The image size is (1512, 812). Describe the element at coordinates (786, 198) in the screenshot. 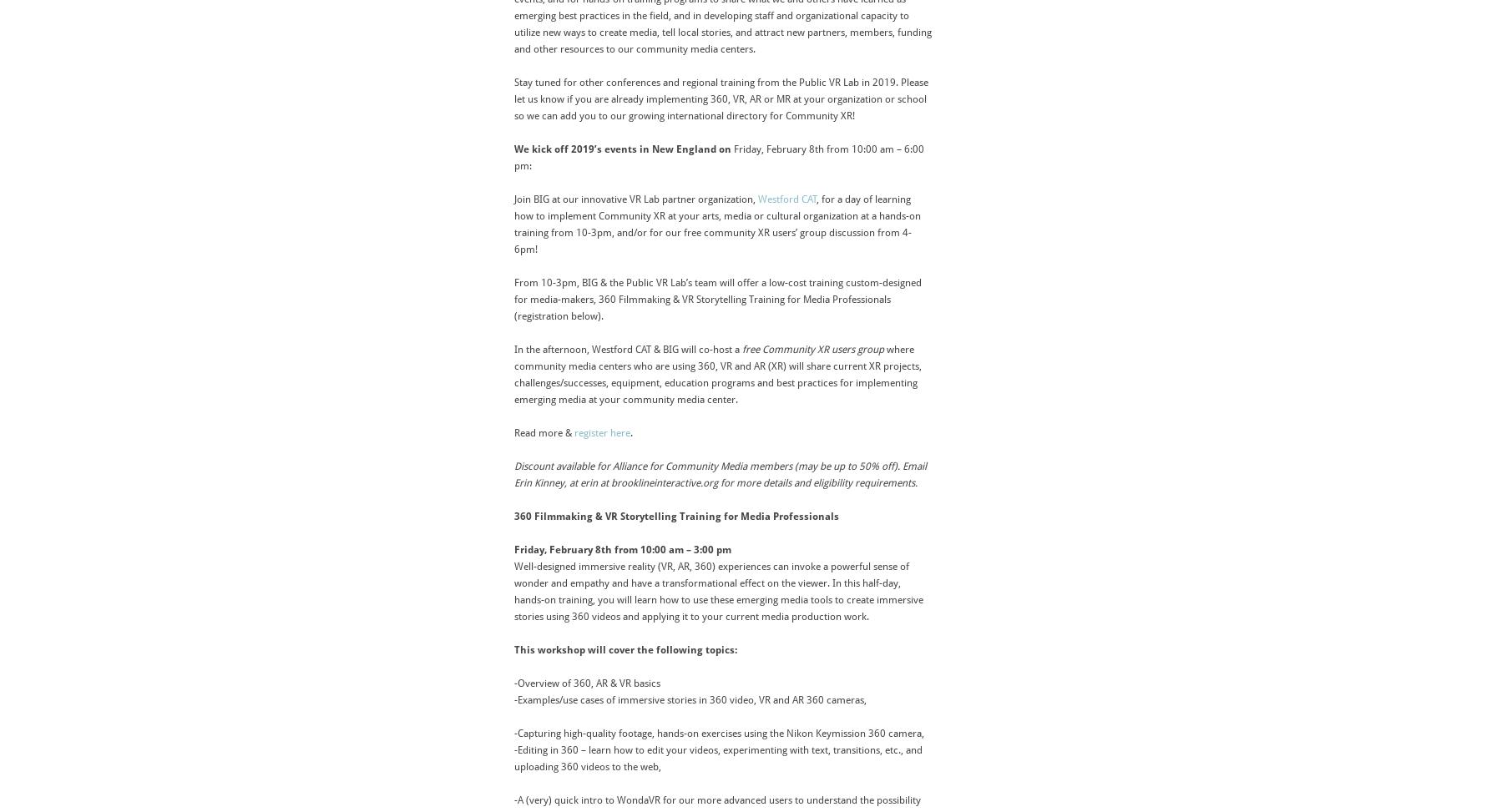

I see `'Westford CAT'` at that location.